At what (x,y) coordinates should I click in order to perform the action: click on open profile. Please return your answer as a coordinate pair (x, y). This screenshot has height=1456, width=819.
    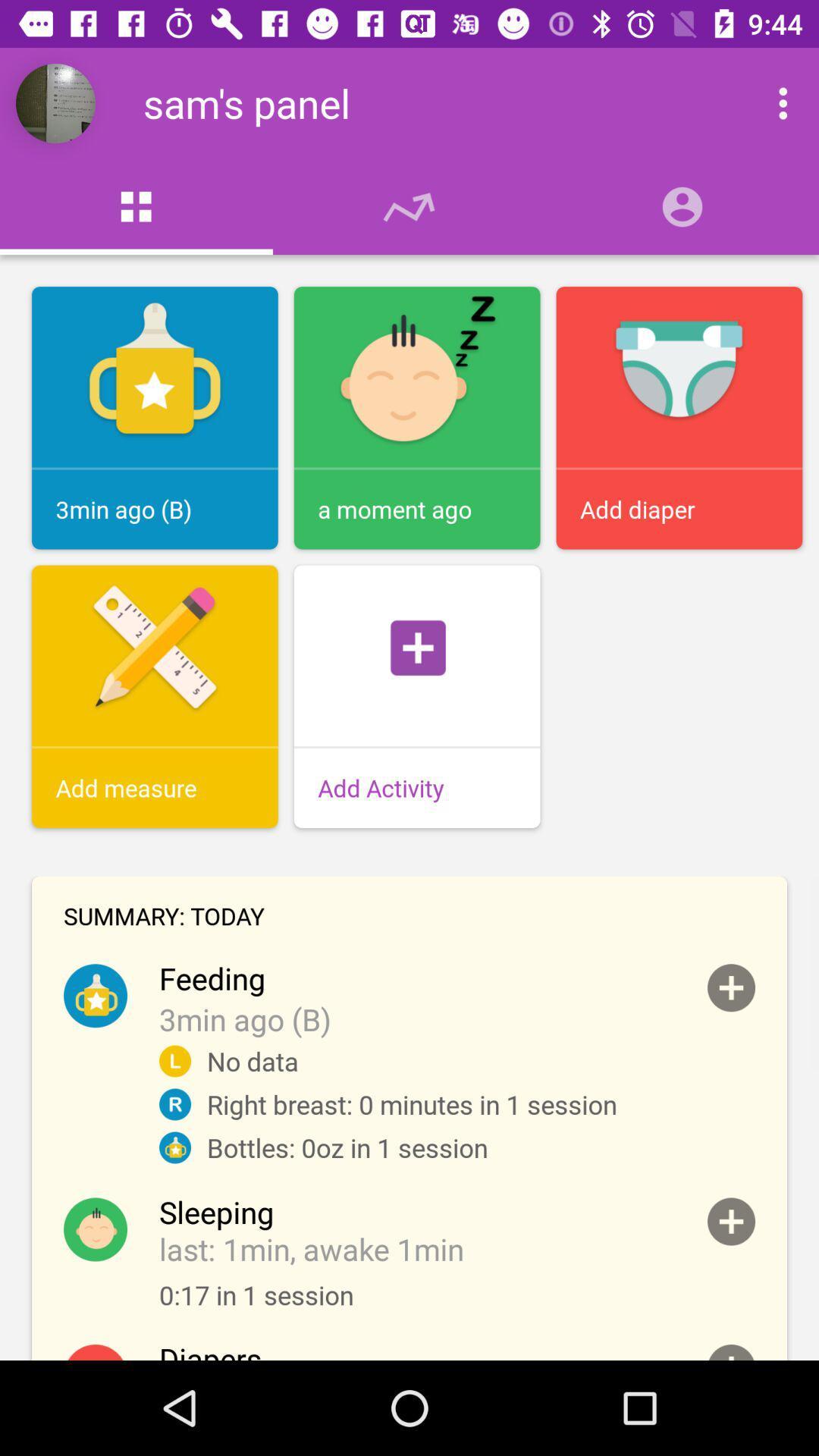
    Looking at the image, I should click on (730, 987).